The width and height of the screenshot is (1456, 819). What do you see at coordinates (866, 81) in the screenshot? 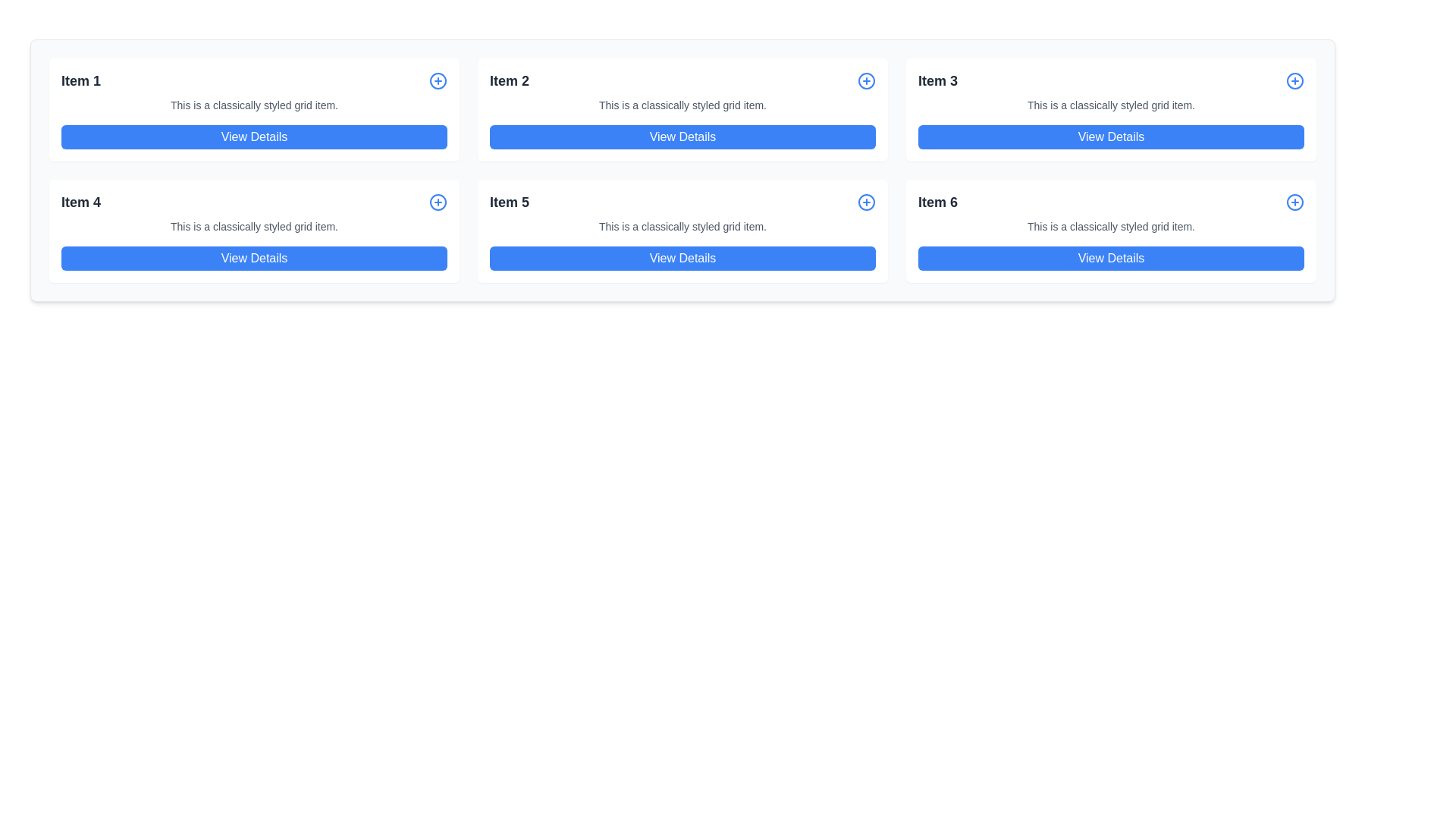
I see `the toggle button with a '+' symbol located in the top-right corner of the 'Item 2' block` at bounding box center [866, 81].